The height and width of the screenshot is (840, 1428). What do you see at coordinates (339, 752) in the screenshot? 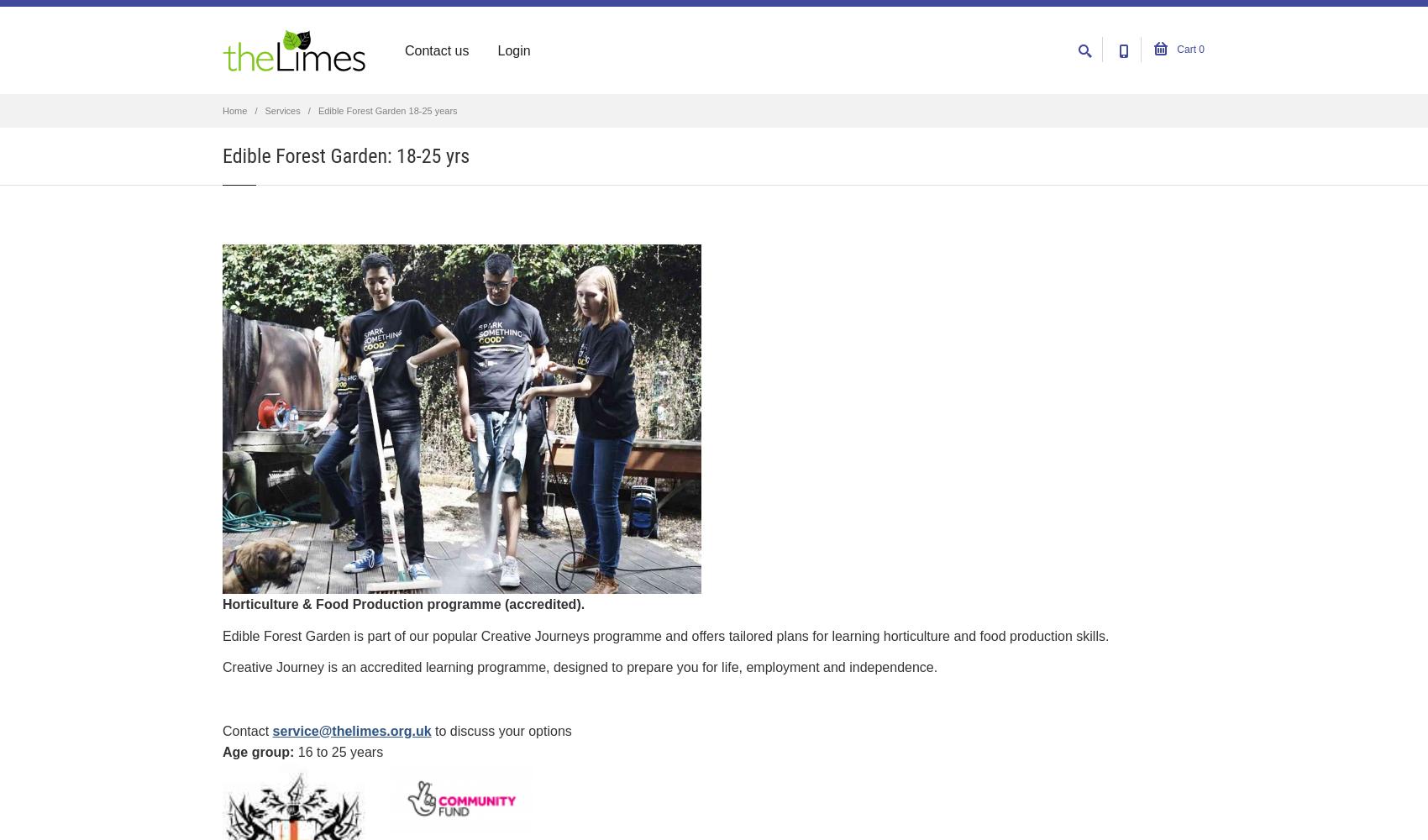
I see `'16 to 25 years'` at bounding box center [339, 752].